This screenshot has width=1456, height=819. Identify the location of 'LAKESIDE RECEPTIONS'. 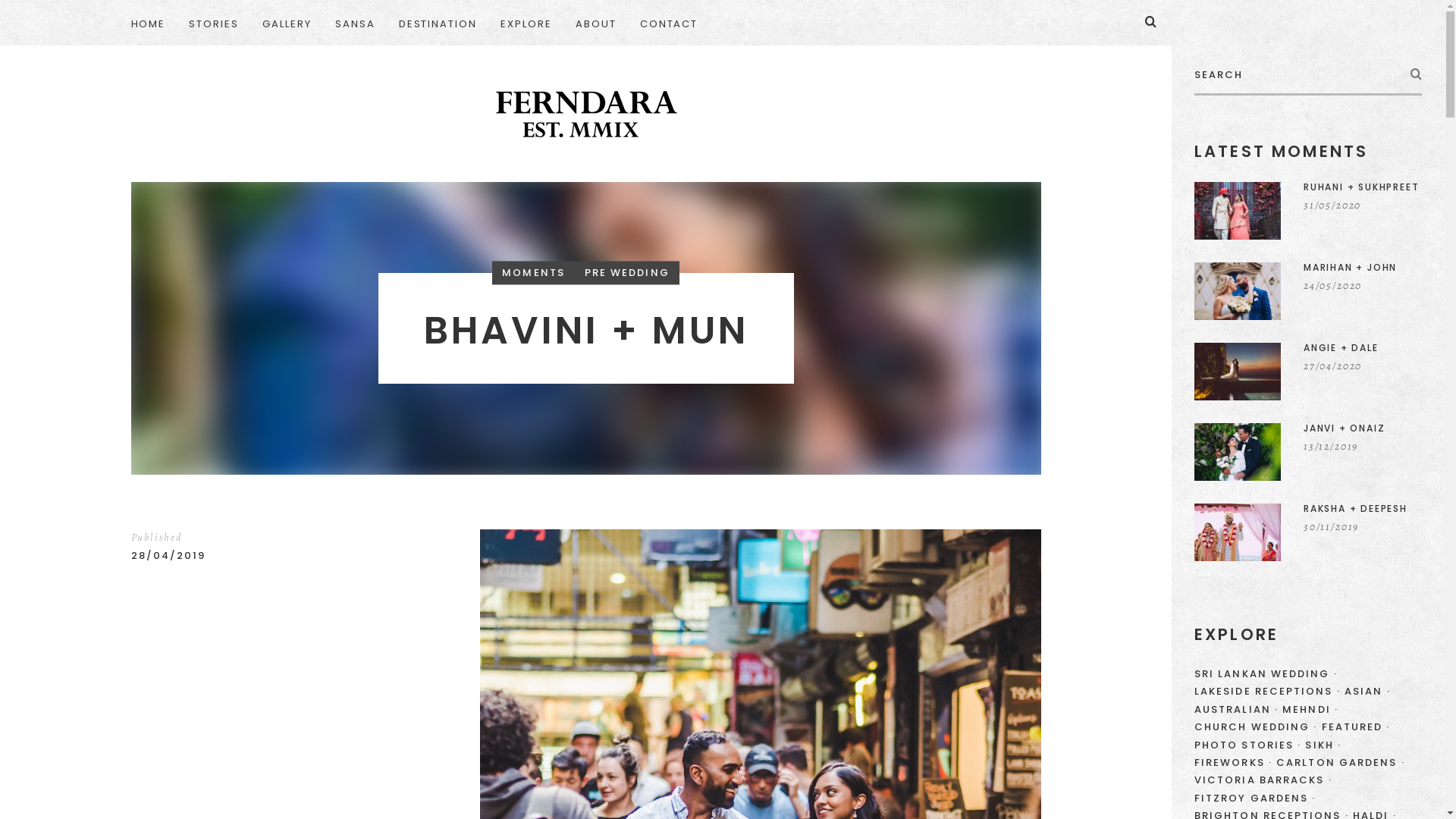
(1267, 691).